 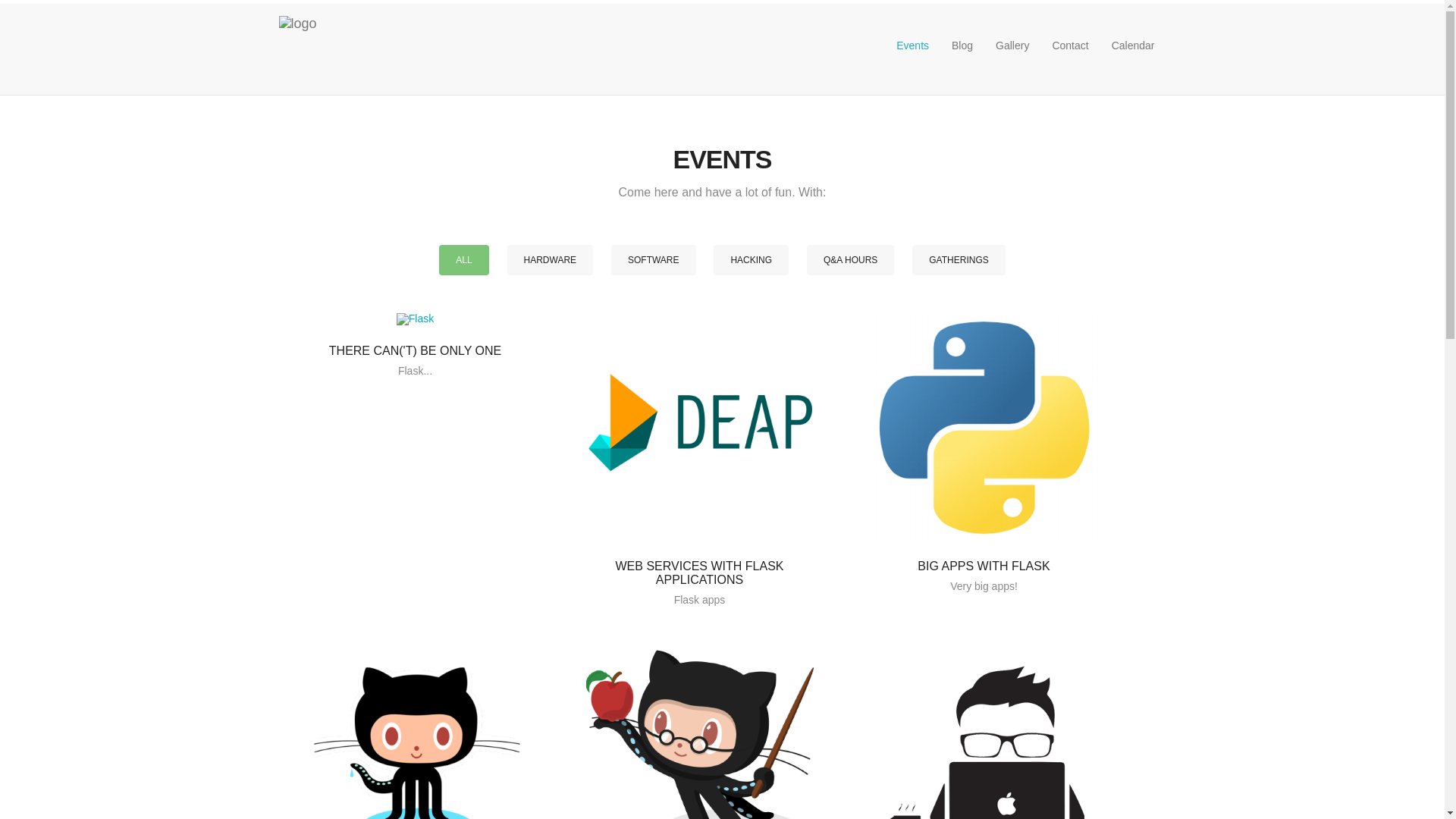 I want to click on 'Gallery', so click(x=1012, y=45).